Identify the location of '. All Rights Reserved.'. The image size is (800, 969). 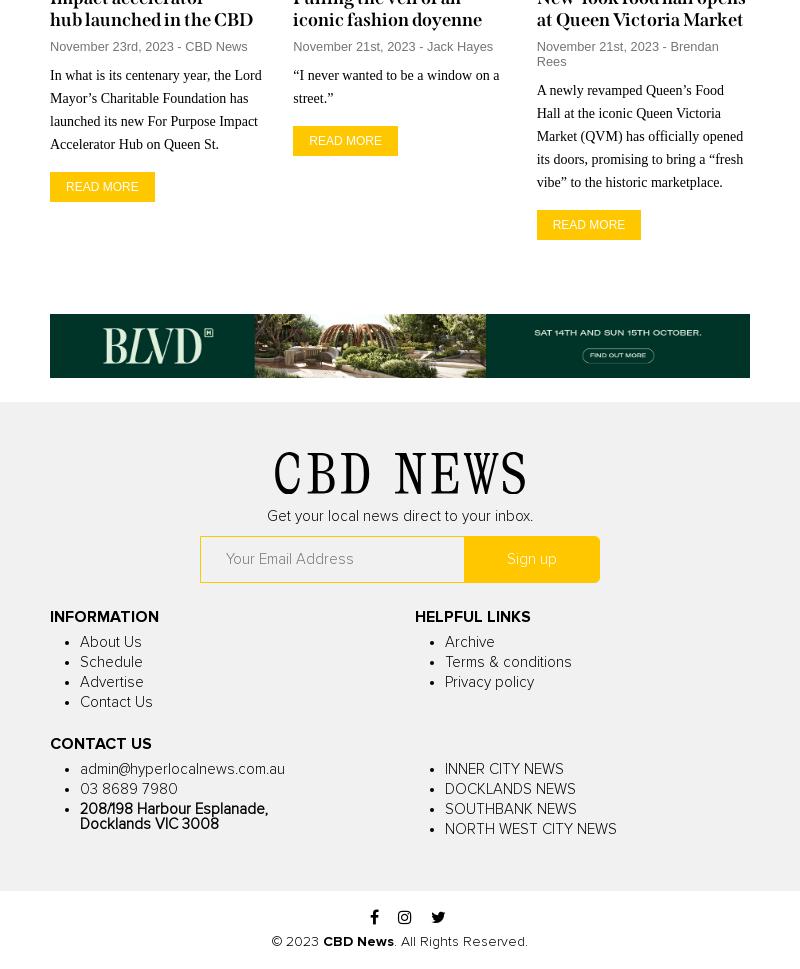
(460, 940).